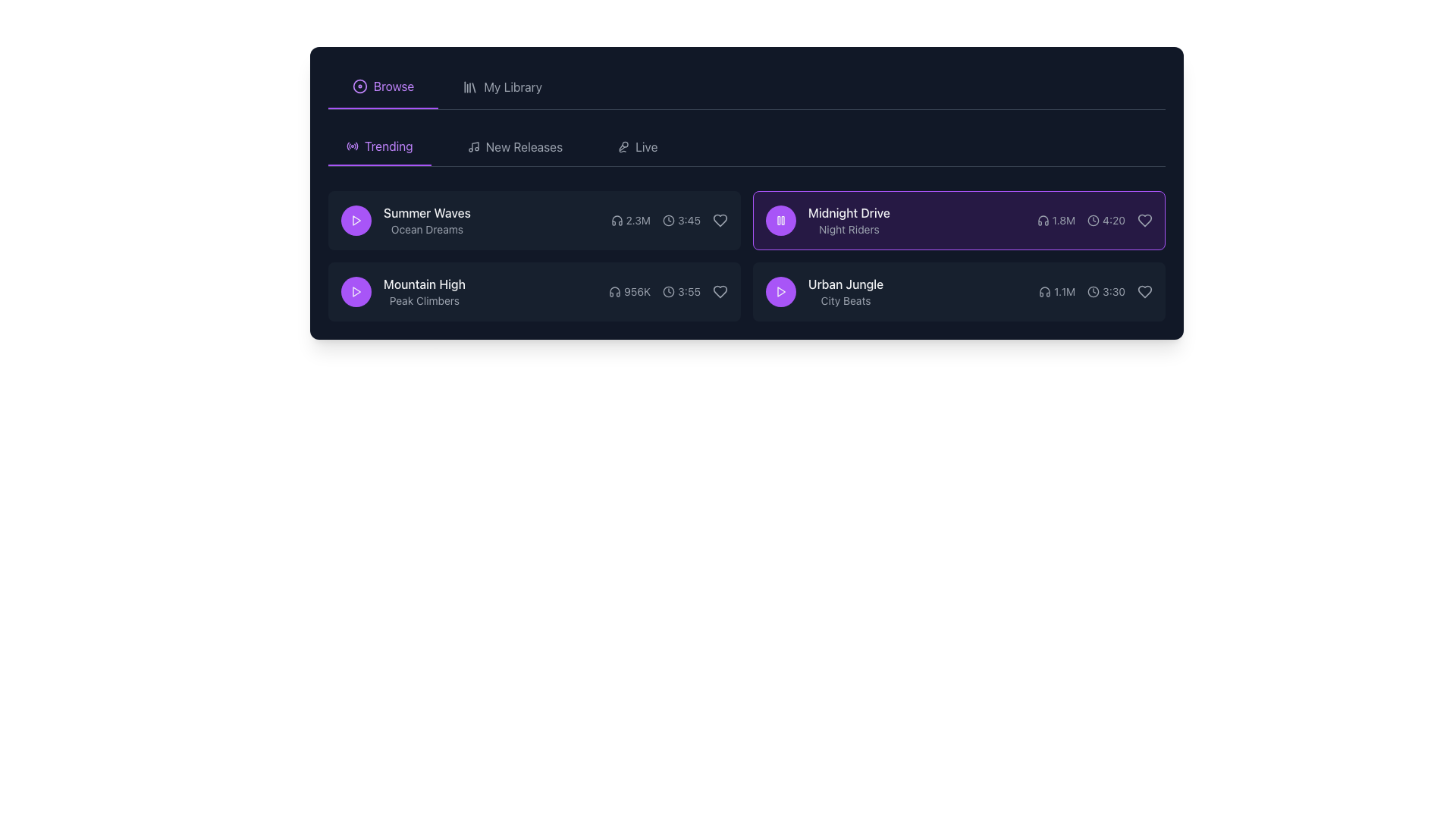 The width and height of the screenshot is (1456, 819). What do you see at coordinates (1145, 220) in the screenshot?
I see `the heart-shaped 'favorite' icon for the song 'Midnight Drive' by 'Night Riders' to change its color state to purple` at bounding box center [1145, 220].